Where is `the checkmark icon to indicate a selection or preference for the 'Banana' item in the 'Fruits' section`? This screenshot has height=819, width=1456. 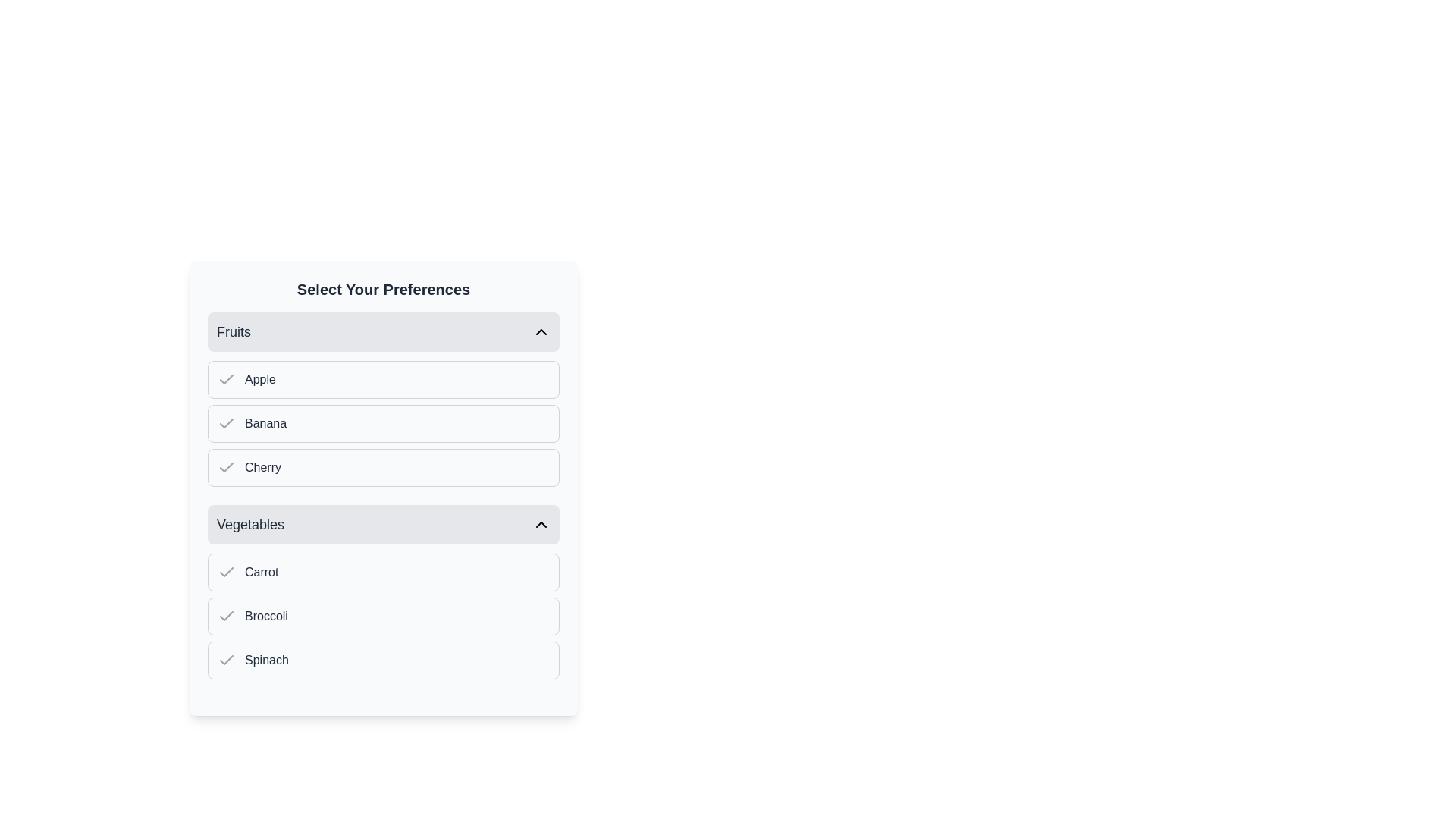 the checkmark icon to indicate a selection or preference for the 'Banana' item in the 'Fruits' section is located at coordinates (225, 423).